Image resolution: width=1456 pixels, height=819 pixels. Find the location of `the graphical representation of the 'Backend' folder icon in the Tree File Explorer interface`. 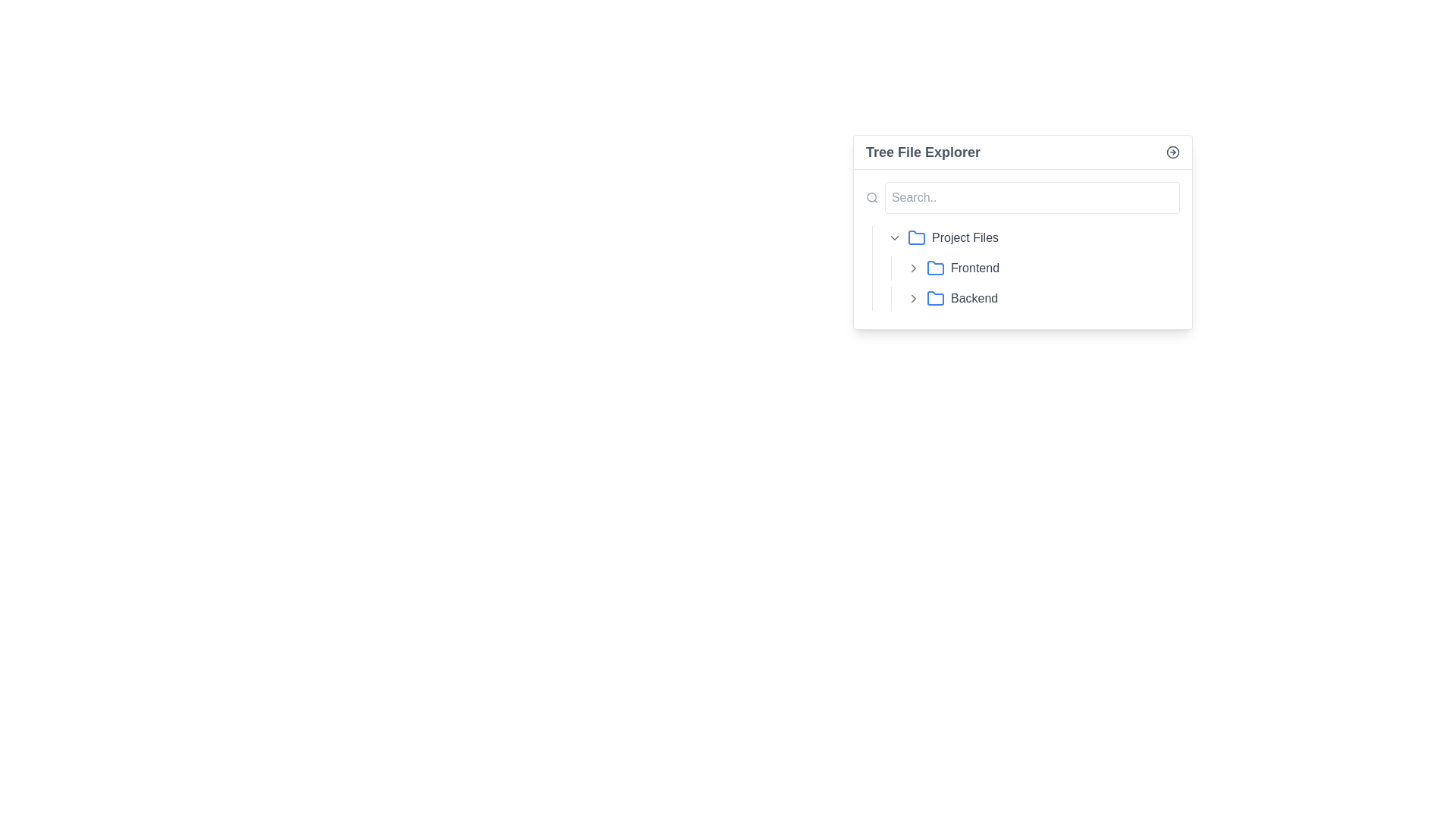

the graphical representation of the 'Backend' folder icon in the Tree File Explorer interface is located at coordinates (934, 298).